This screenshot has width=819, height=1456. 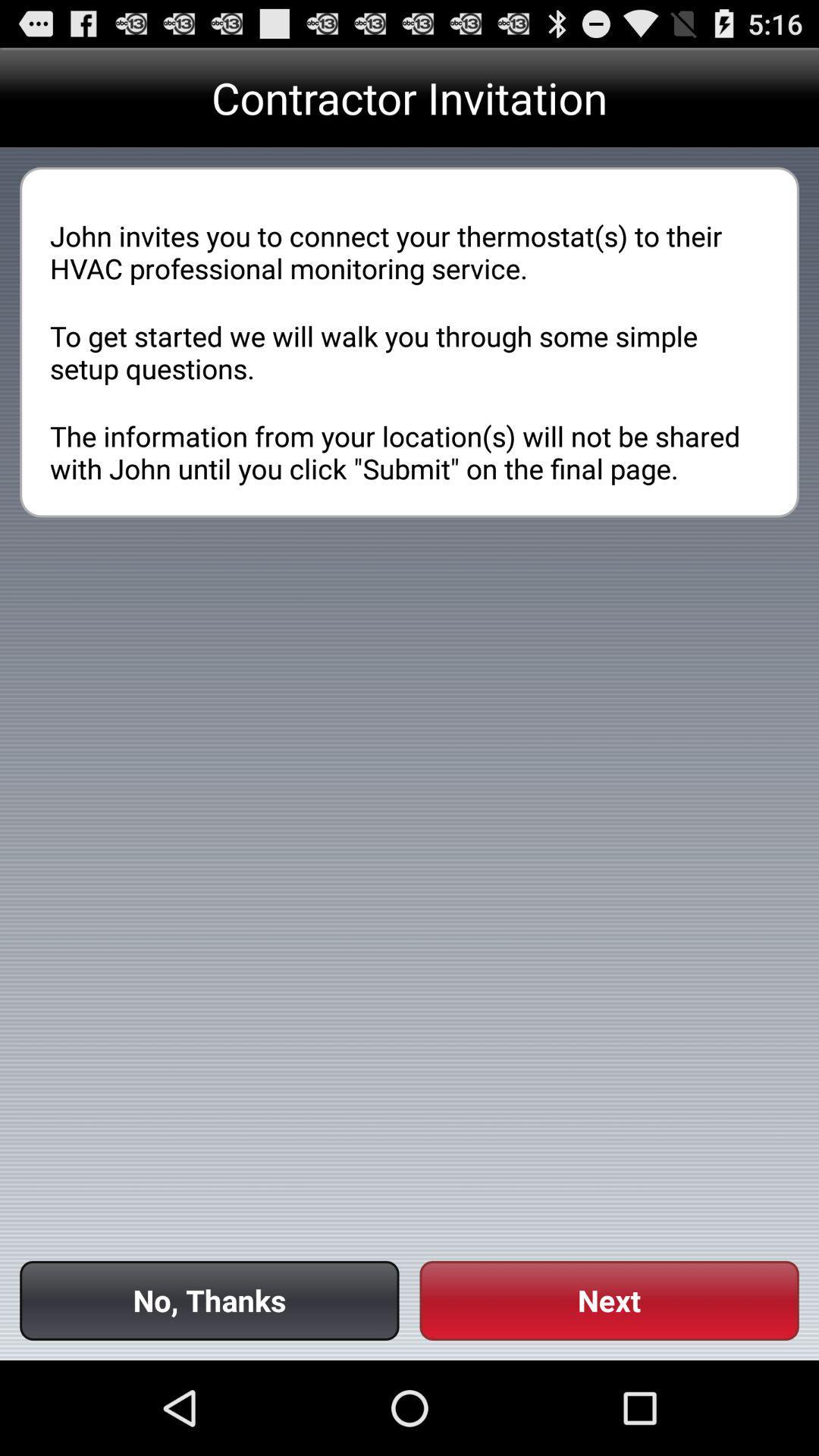 What do you see at coordinates (209, 1300) in the screenshot?
I see `no, thanks at the bottom left corner` at bounding box center [209, 1300].